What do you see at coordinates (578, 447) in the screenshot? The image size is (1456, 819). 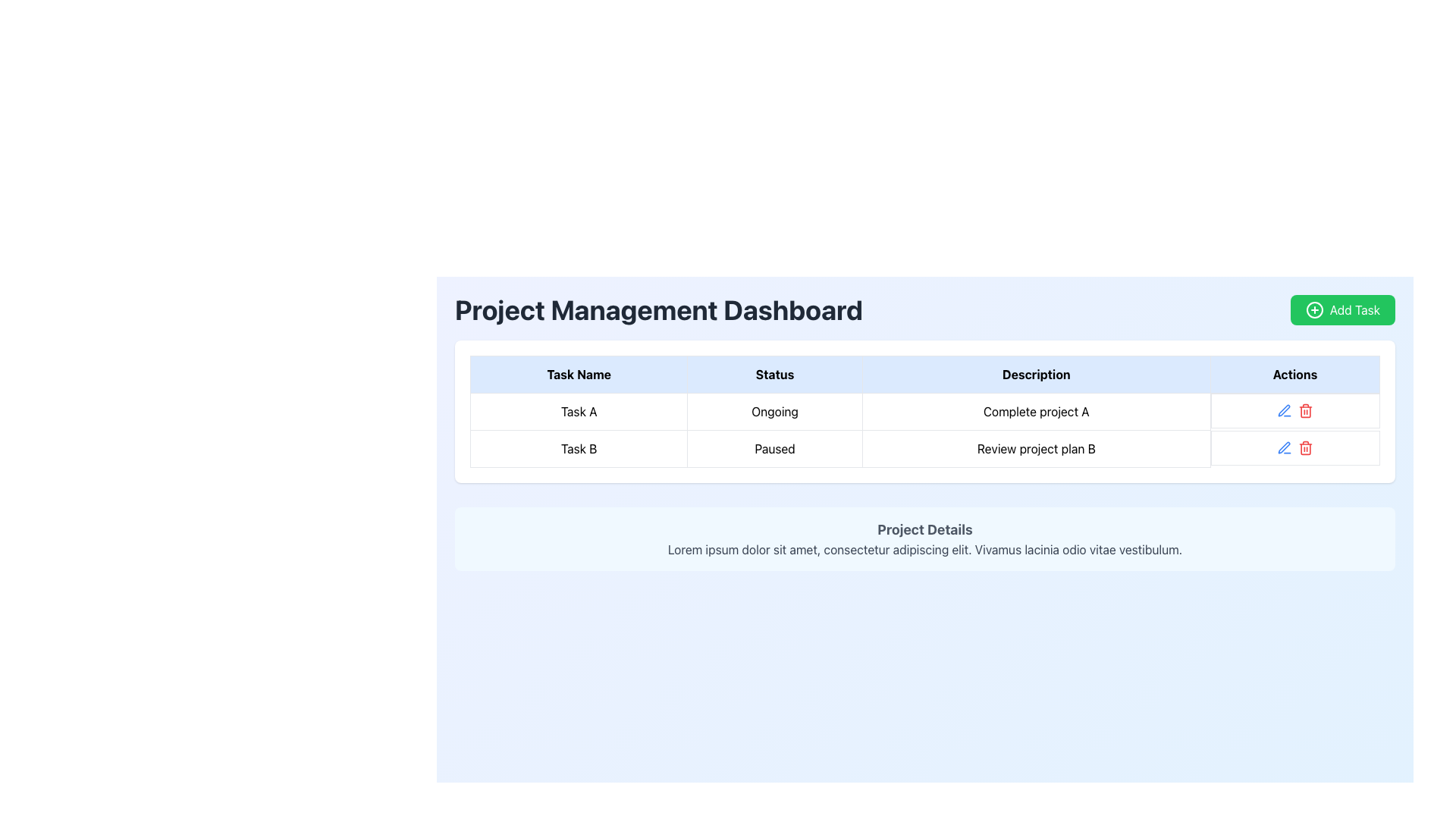 I see `the text label displaying 'Task B' with a border, which is located in the second row under the 'Task Name' column of a data table` at bounding box center [578, 447].